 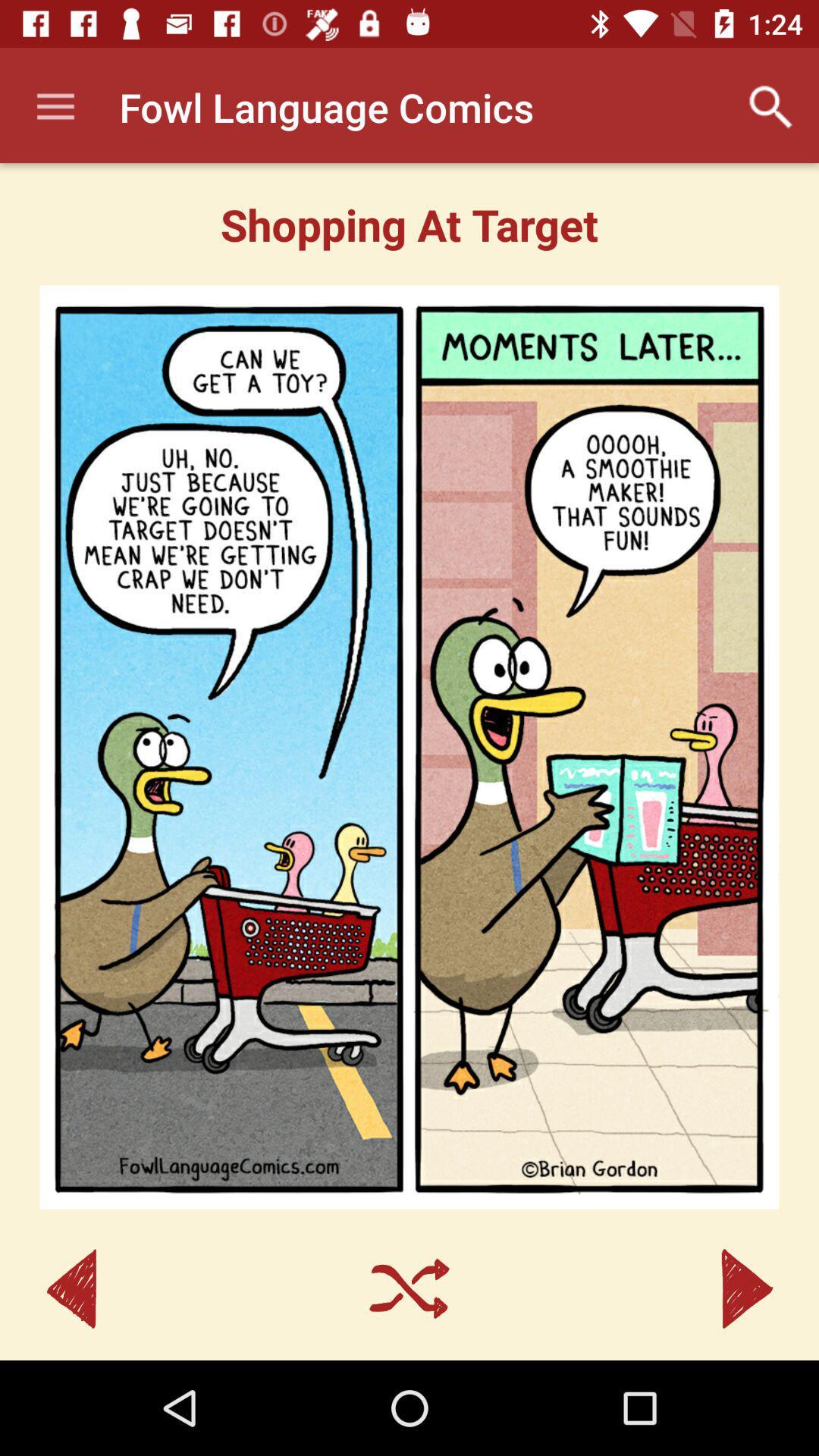 What do you see at coordinates (55, 106) in the screenshot?
I see `icon next to the fowl language comics item` at bounding box center [55, 106].